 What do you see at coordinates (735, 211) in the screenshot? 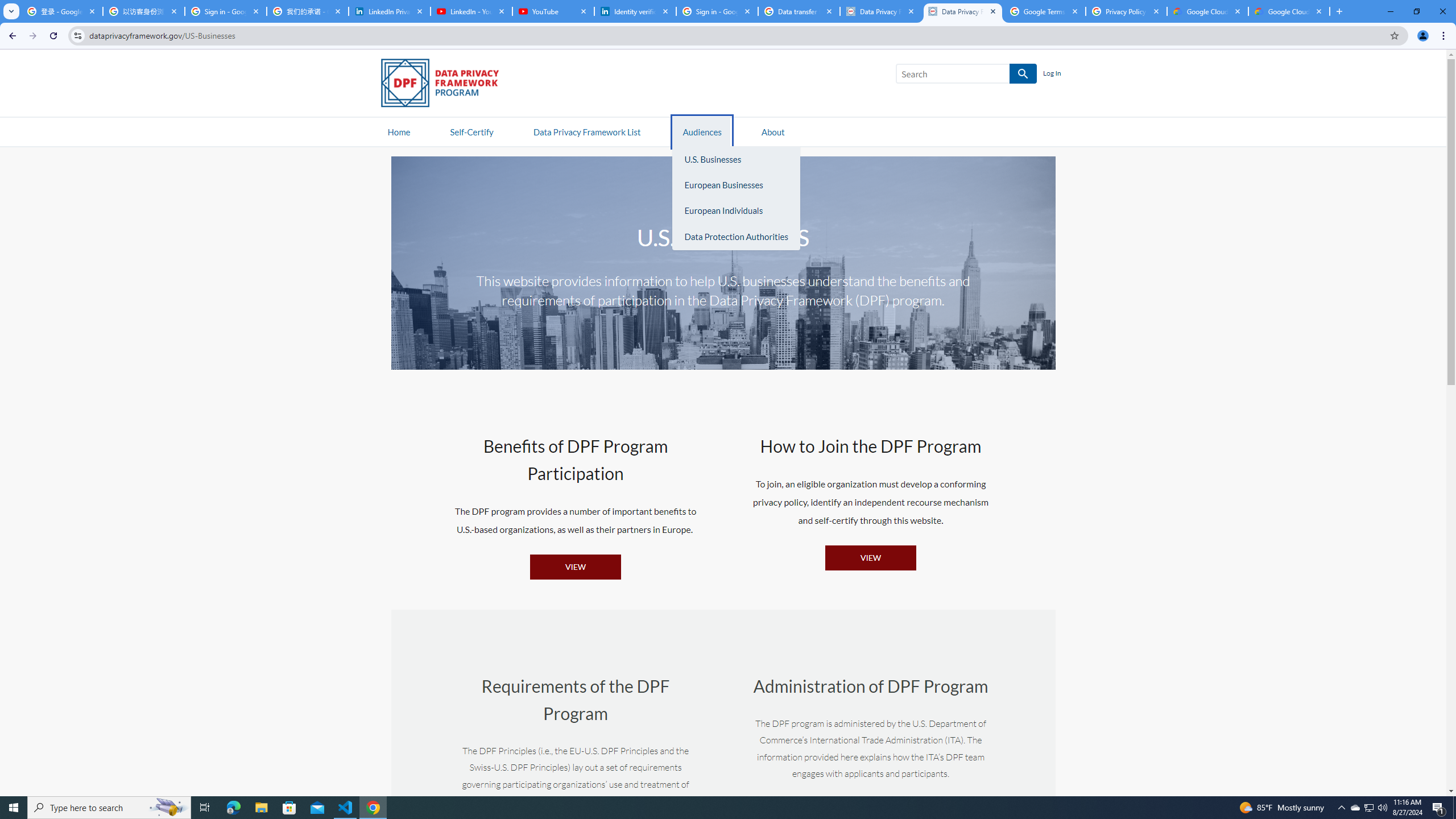
I see `'European Individuals'` at bounding box center [735, 211].